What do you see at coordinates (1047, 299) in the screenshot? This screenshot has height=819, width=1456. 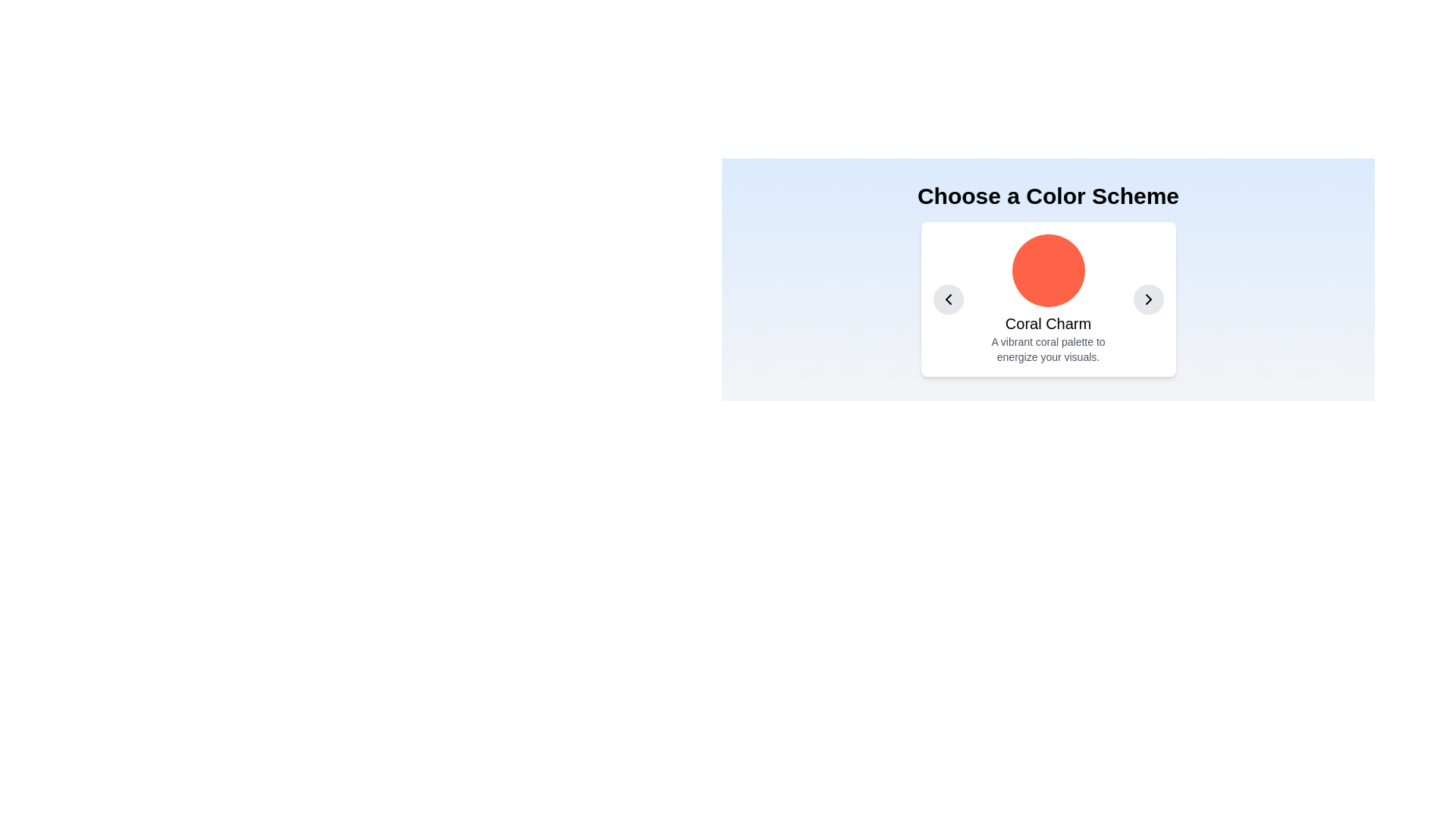 I see `the 'Coral Charm' card, which features a central coral circular visual and descriptive text beneath it, located in the middle of the carousel layout` at bounding box center [1047, 299].